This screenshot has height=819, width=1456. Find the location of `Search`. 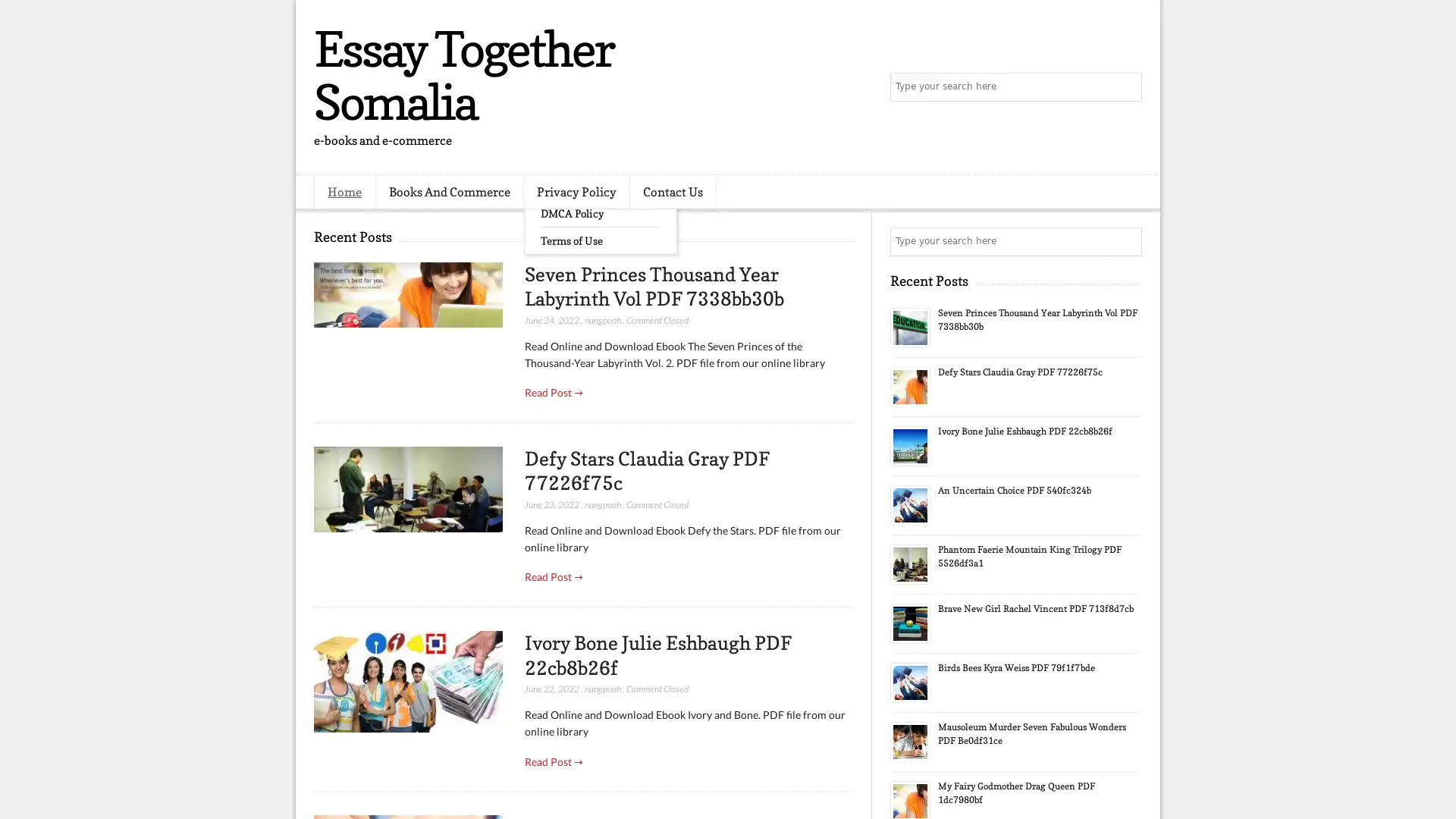

Search is located at coordinates (1126, 241).